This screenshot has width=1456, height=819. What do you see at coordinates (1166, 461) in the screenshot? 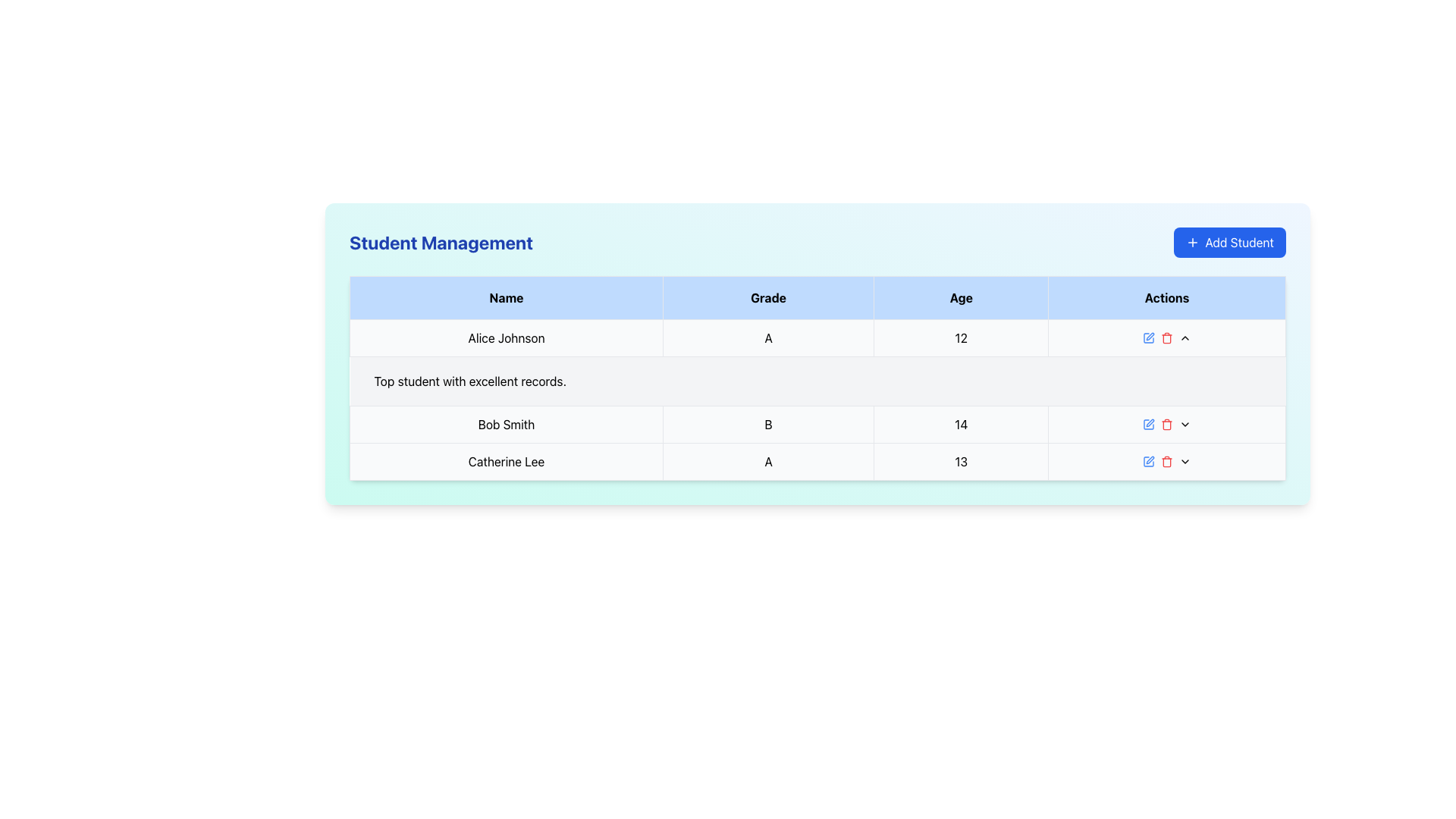
I see `the dropdown arrow in the Action Menu for the table row corresponding to student 'Catherine Lee'` at bounding box center [1166, 461].